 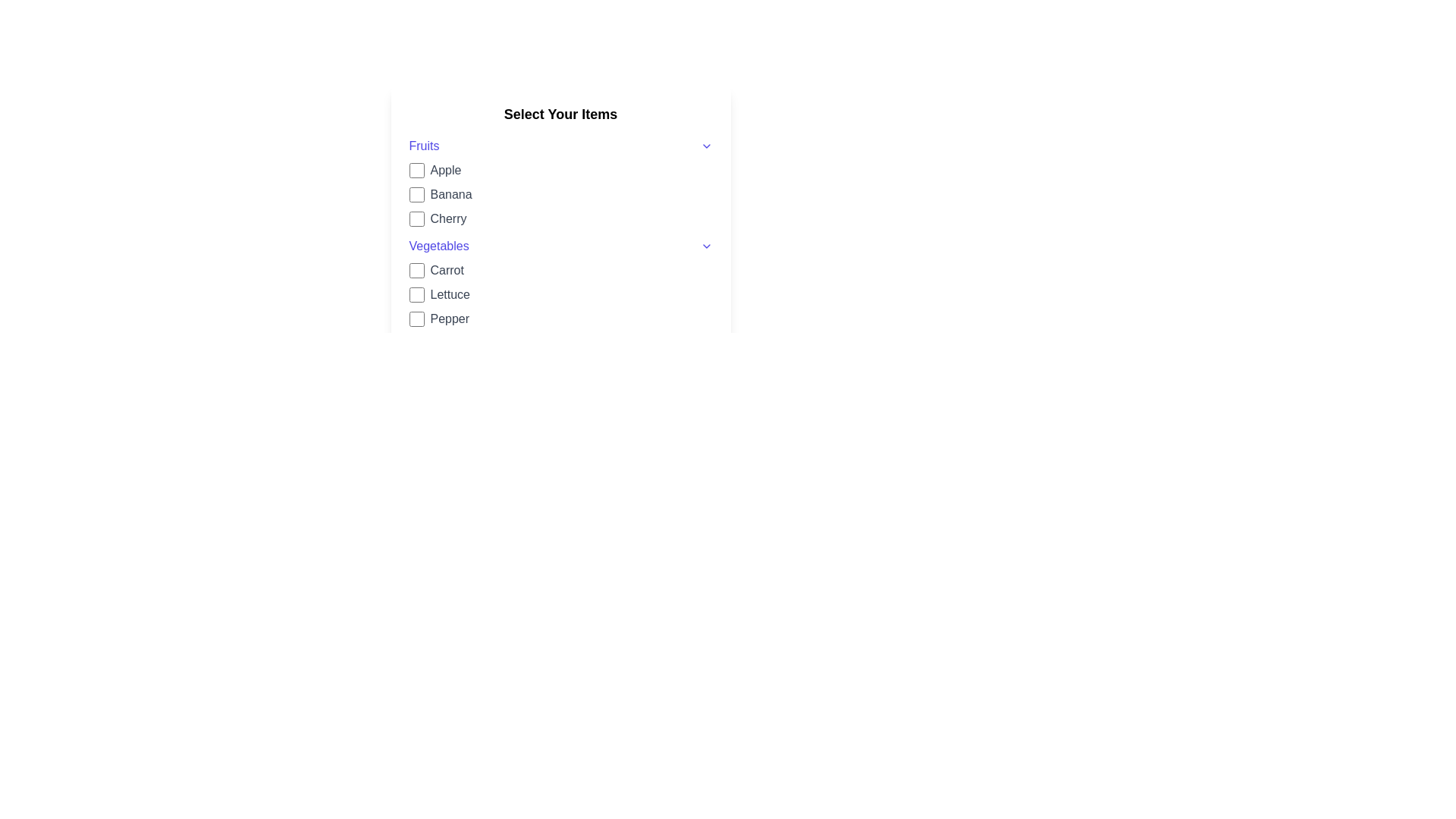 What do you see at coordinates (560, 295) in the screenshot?
I see `the checkbox labeled 'Lettuce' located under the 'Vegetables' section in the second position of the list` at bounding box center [560, 295].